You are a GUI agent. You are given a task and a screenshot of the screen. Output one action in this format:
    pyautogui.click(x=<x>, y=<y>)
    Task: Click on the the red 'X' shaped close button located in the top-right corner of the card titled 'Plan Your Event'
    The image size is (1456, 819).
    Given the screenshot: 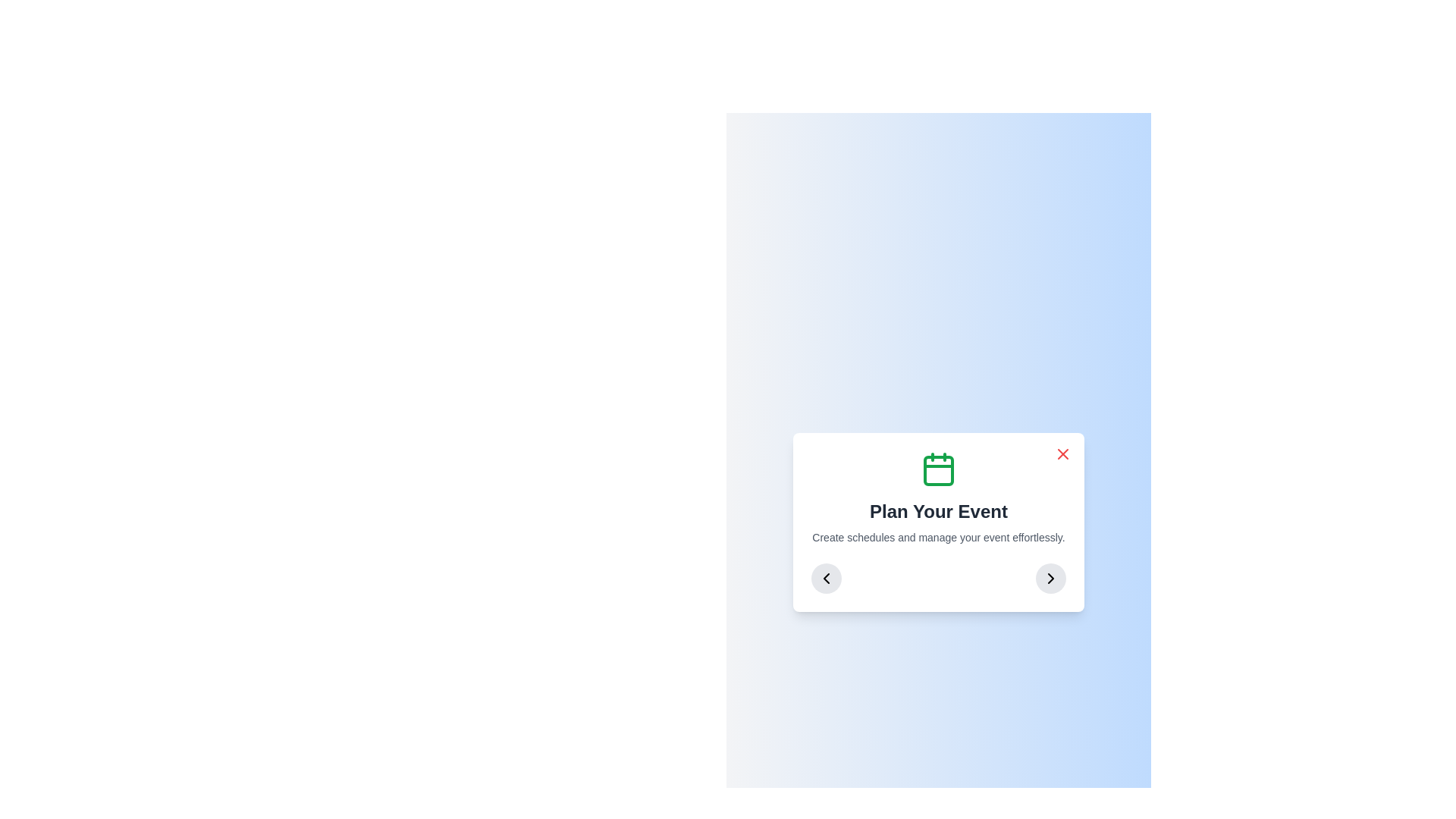 What is the action you would take?
    pyautogui.click(x=1062, y=453)
    